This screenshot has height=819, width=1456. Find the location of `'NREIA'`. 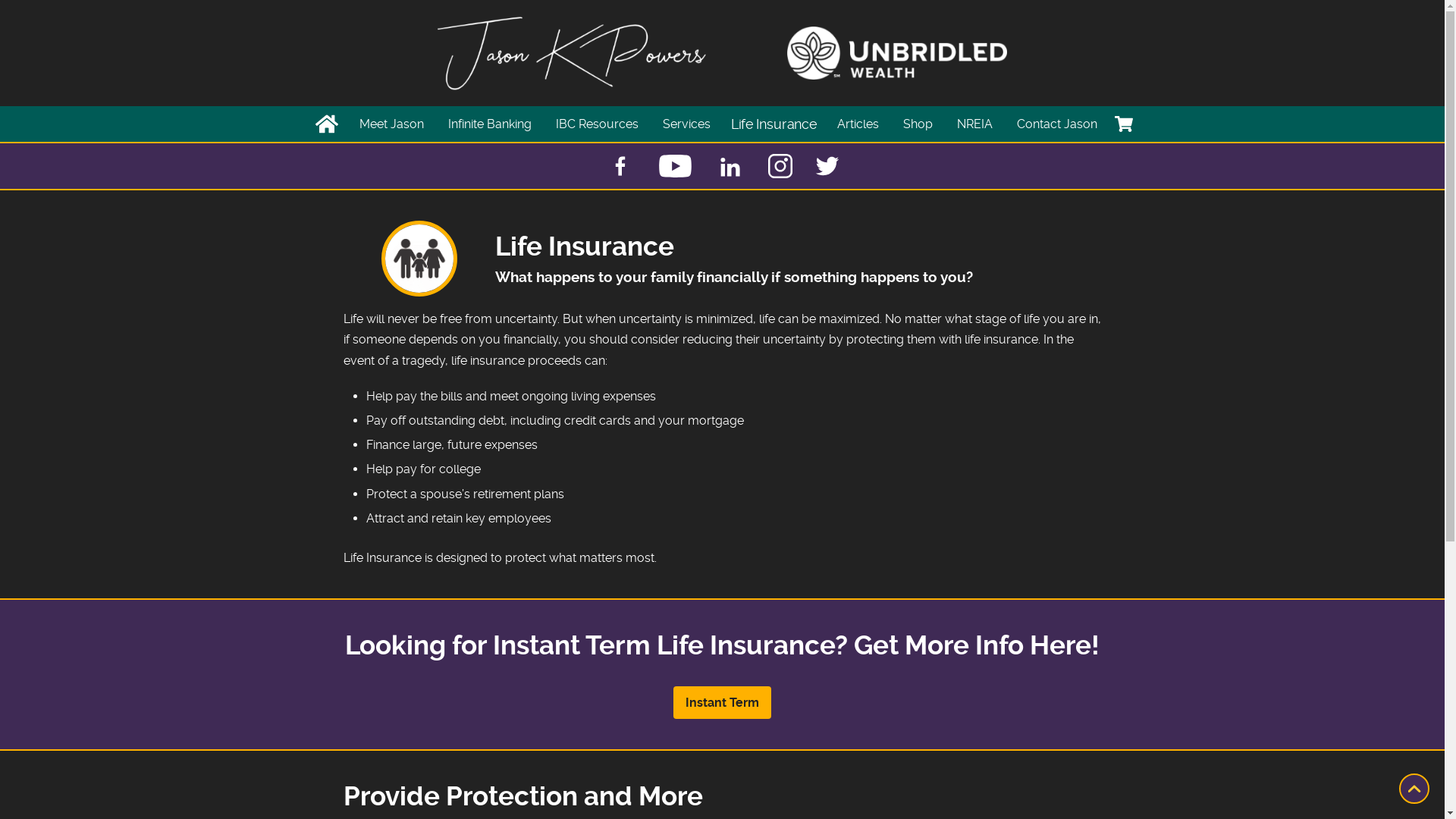

'NREIA' is located at coordinates (974, 123).